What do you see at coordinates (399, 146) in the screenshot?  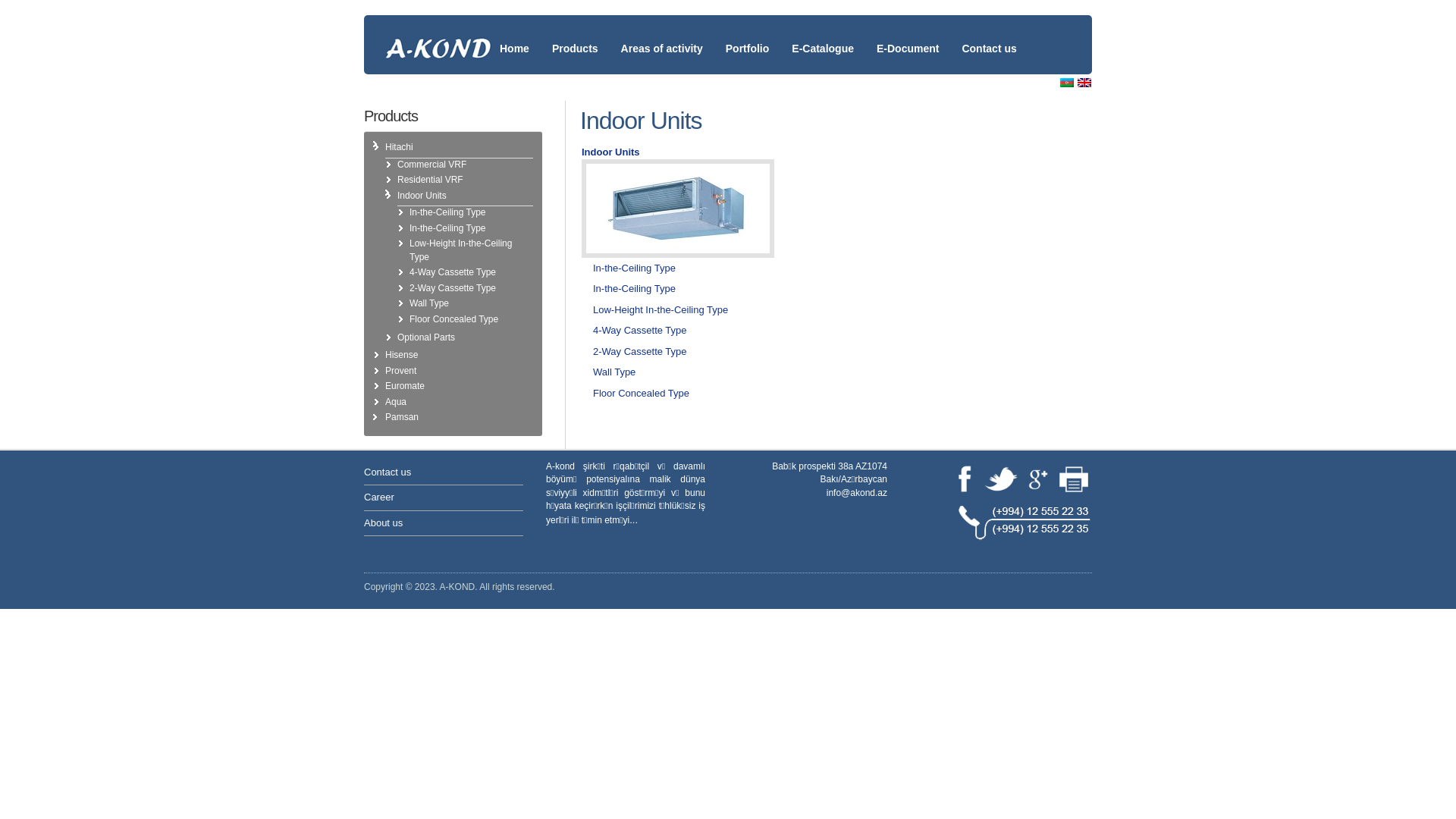 I see `'Hitachi'` at bounding box center [399, 146].